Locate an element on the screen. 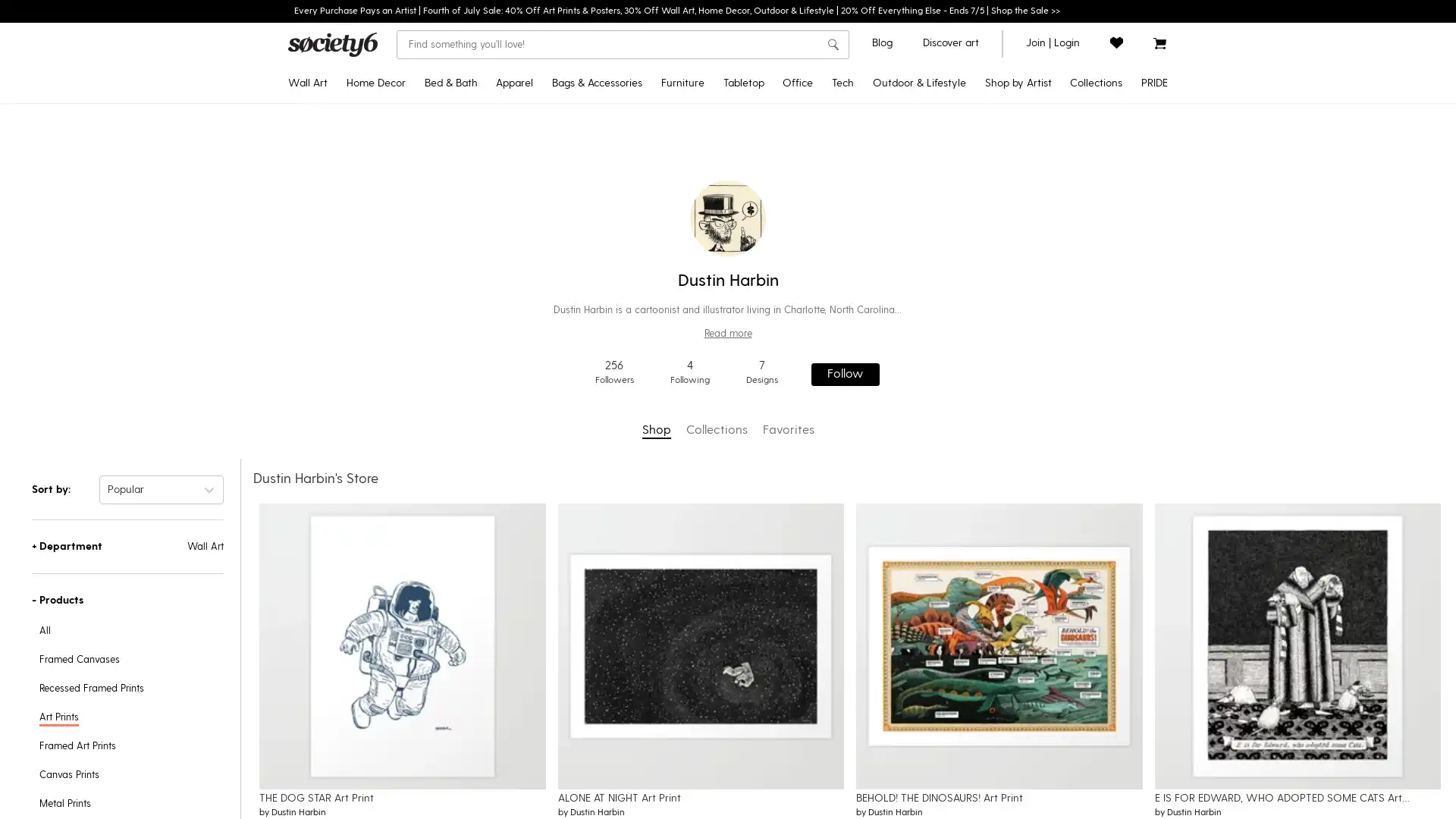 This screenshot has width=1456, height=819. Picnic Blankets is located at coordinates (939, 366).